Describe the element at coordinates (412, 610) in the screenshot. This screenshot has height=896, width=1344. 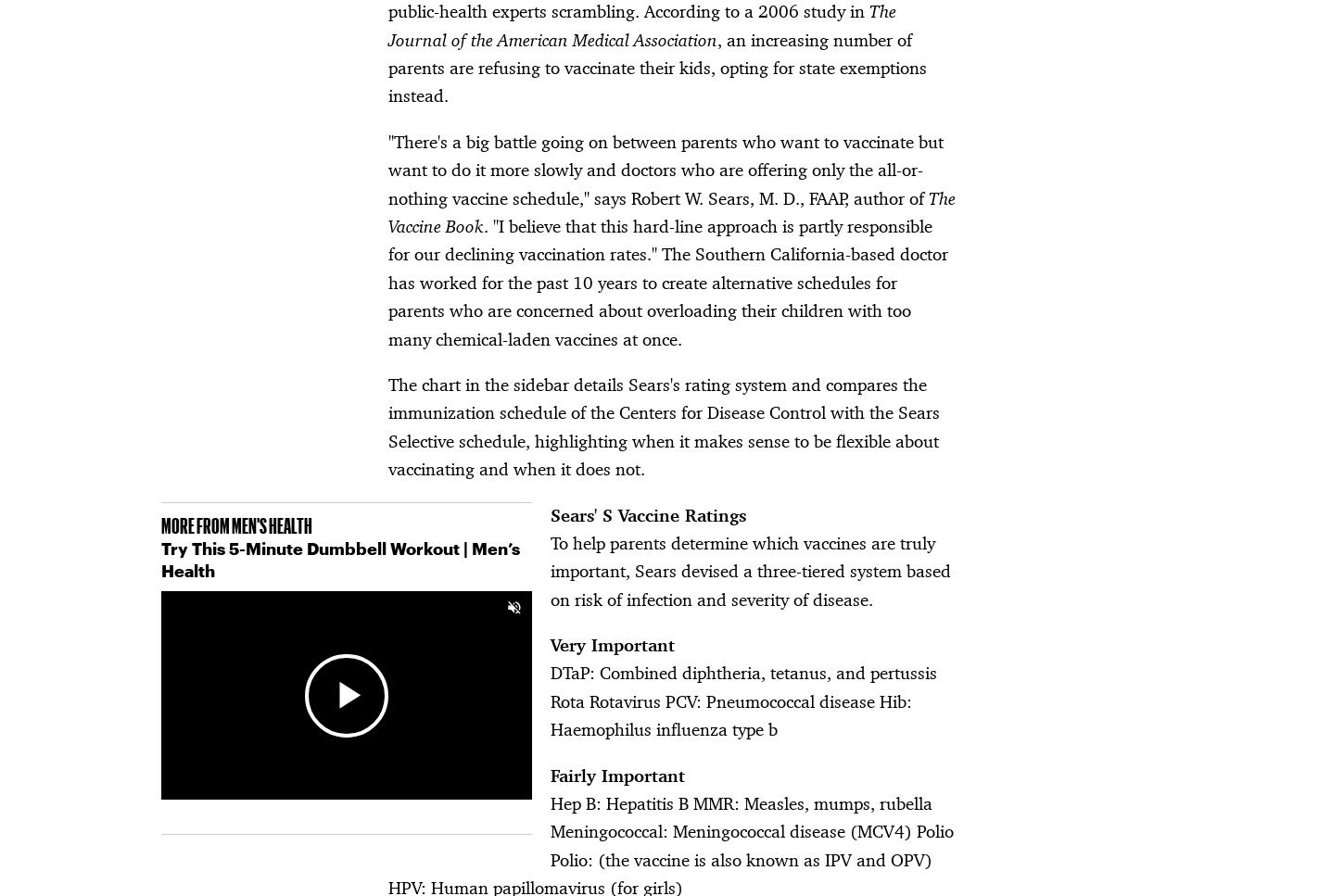
I see `'Newsletter'` at that location.